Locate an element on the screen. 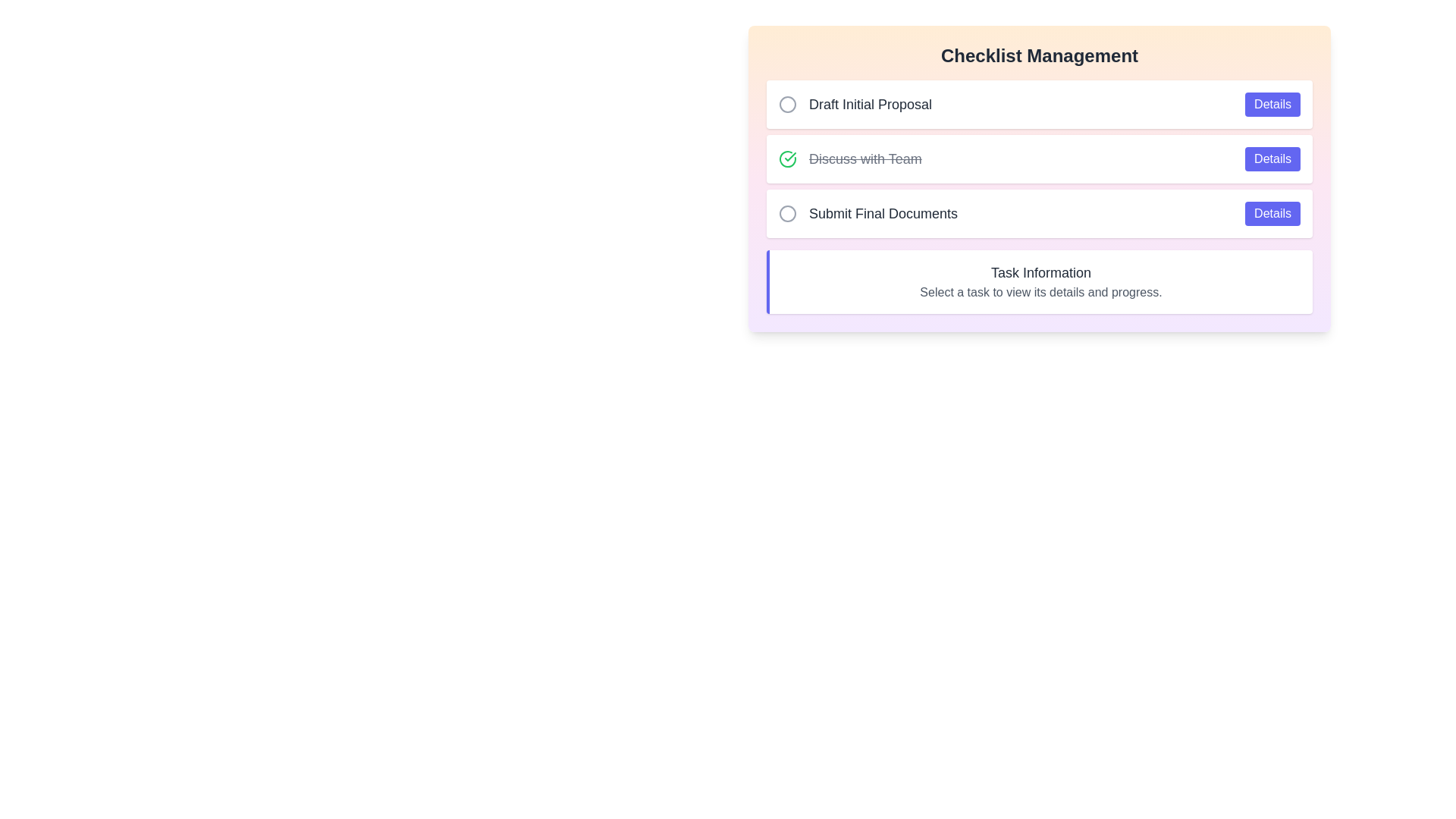 The width and height of the screenshot is (1456, 819). the 'Details' button for the task 'Submit Final Documents' is located at coordinates (1272, 213).